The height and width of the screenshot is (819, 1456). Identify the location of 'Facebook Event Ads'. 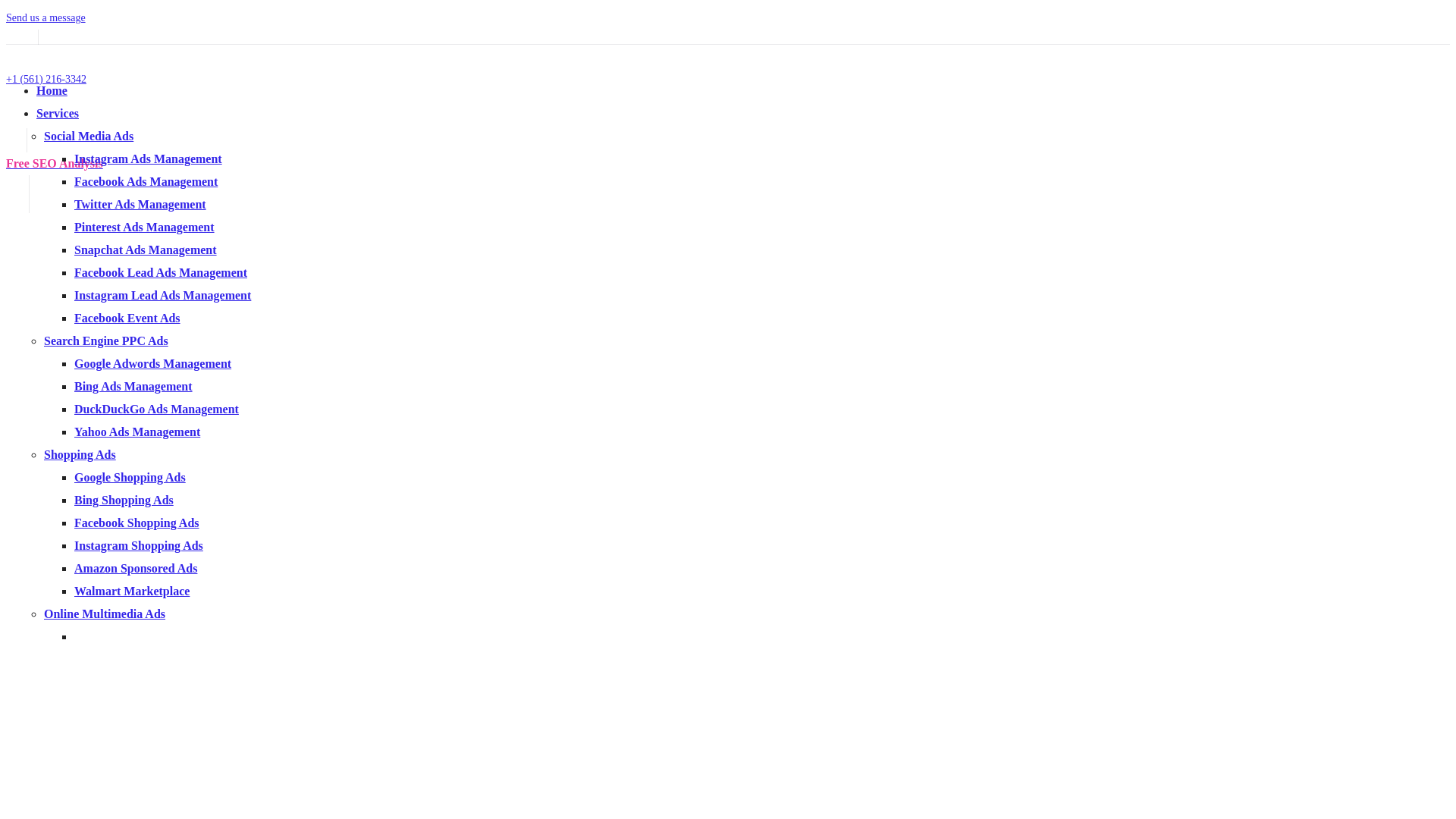
(127, 317).